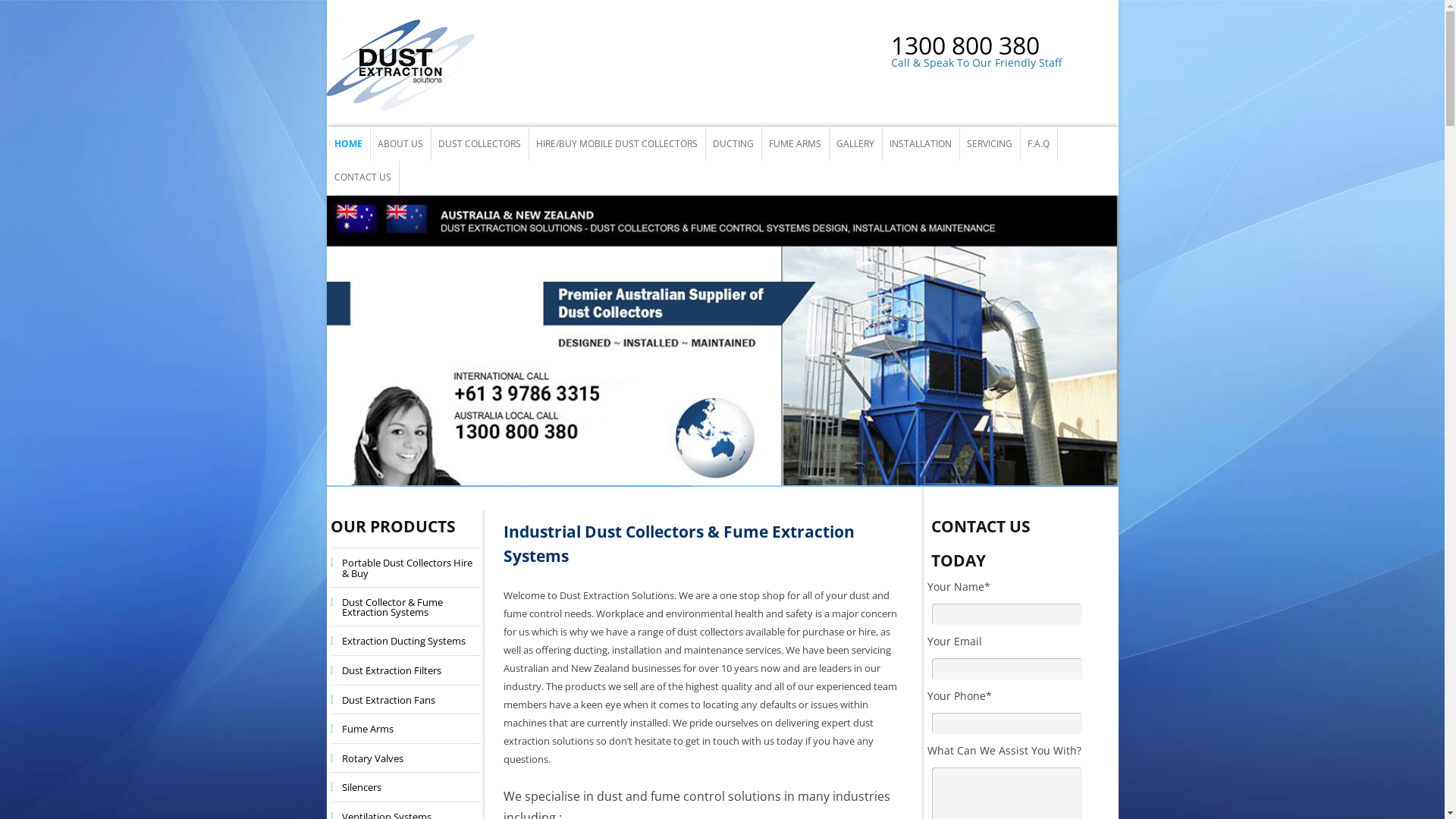  What do you see at coordinates (368, 758) in the screenshot?
I see `'Rotary Valves'` at bounding box center [368, 758].